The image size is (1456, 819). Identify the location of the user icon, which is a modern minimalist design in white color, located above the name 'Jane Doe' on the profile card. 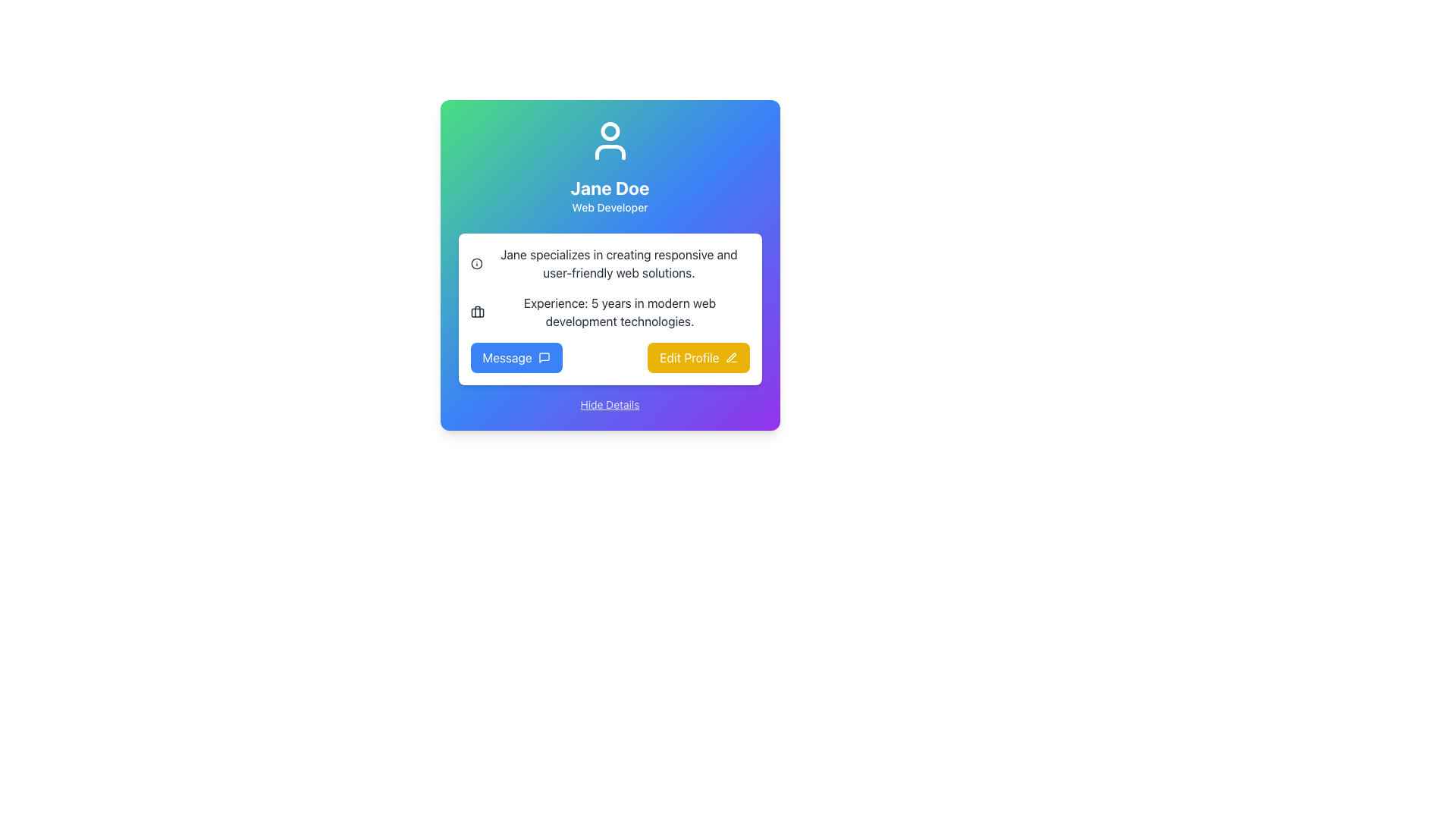
(610, 140).